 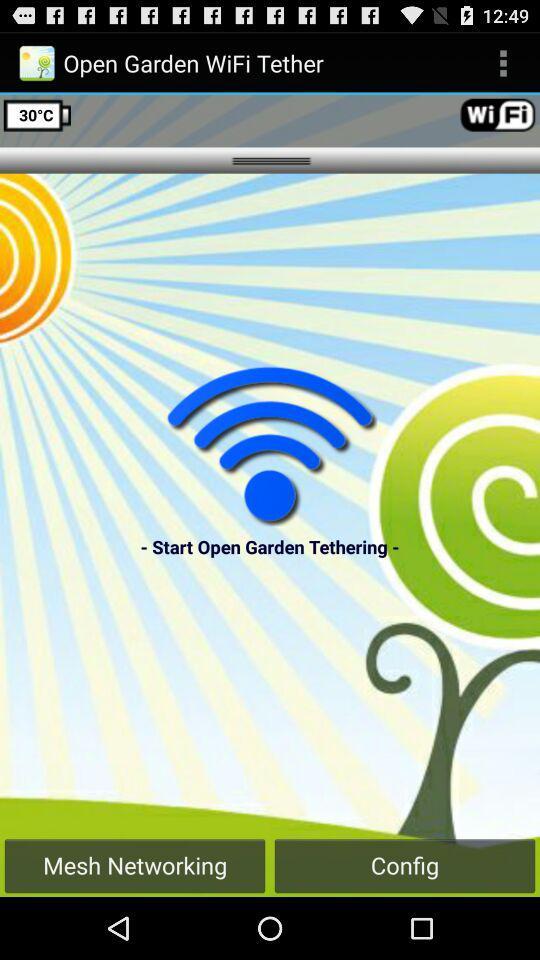 I want to click on start open garden tethering, so click(x=270, y=445).